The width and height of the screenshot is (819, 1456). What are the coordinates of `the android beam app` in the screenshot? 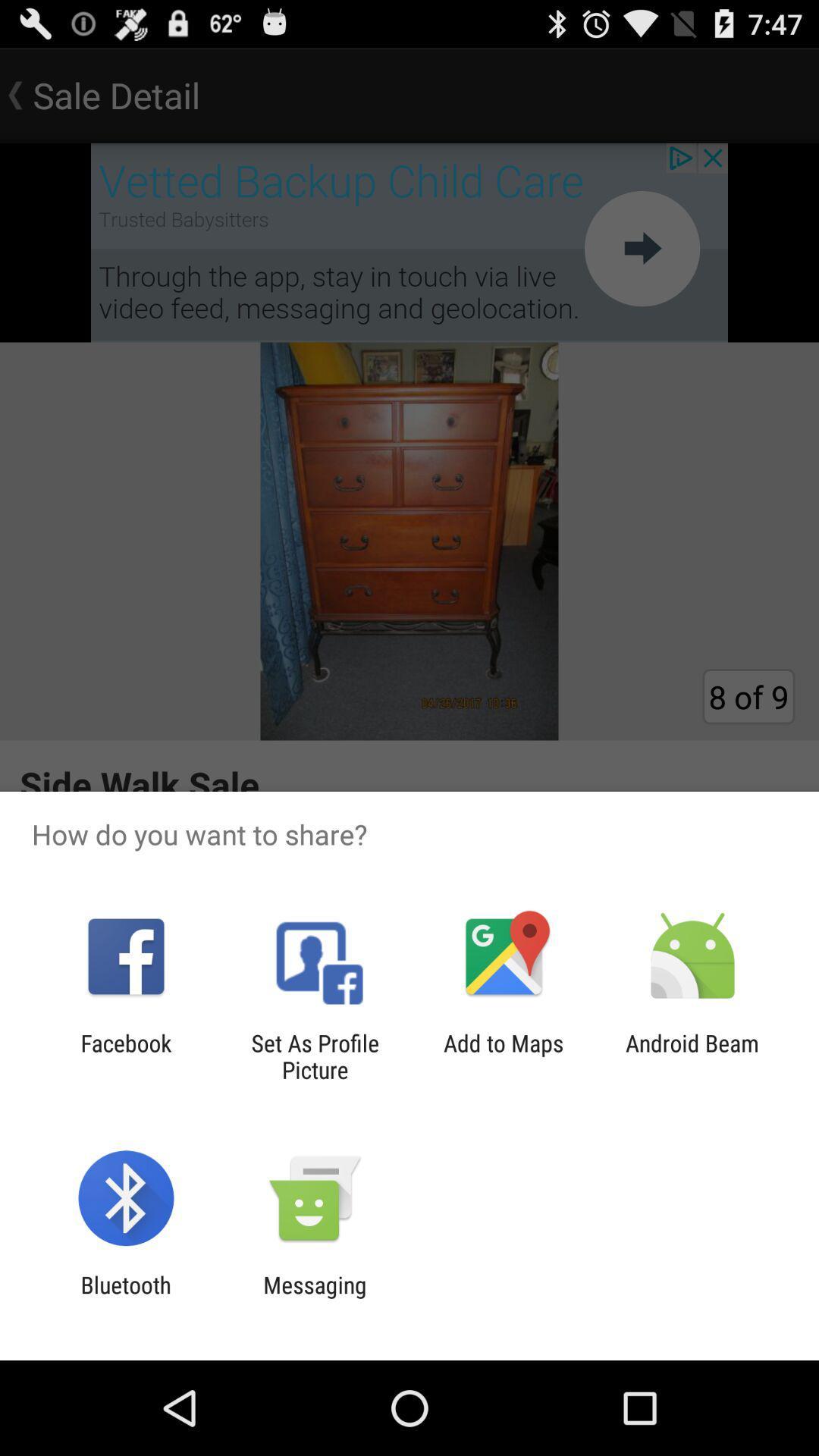 It's located at (692, 1056).